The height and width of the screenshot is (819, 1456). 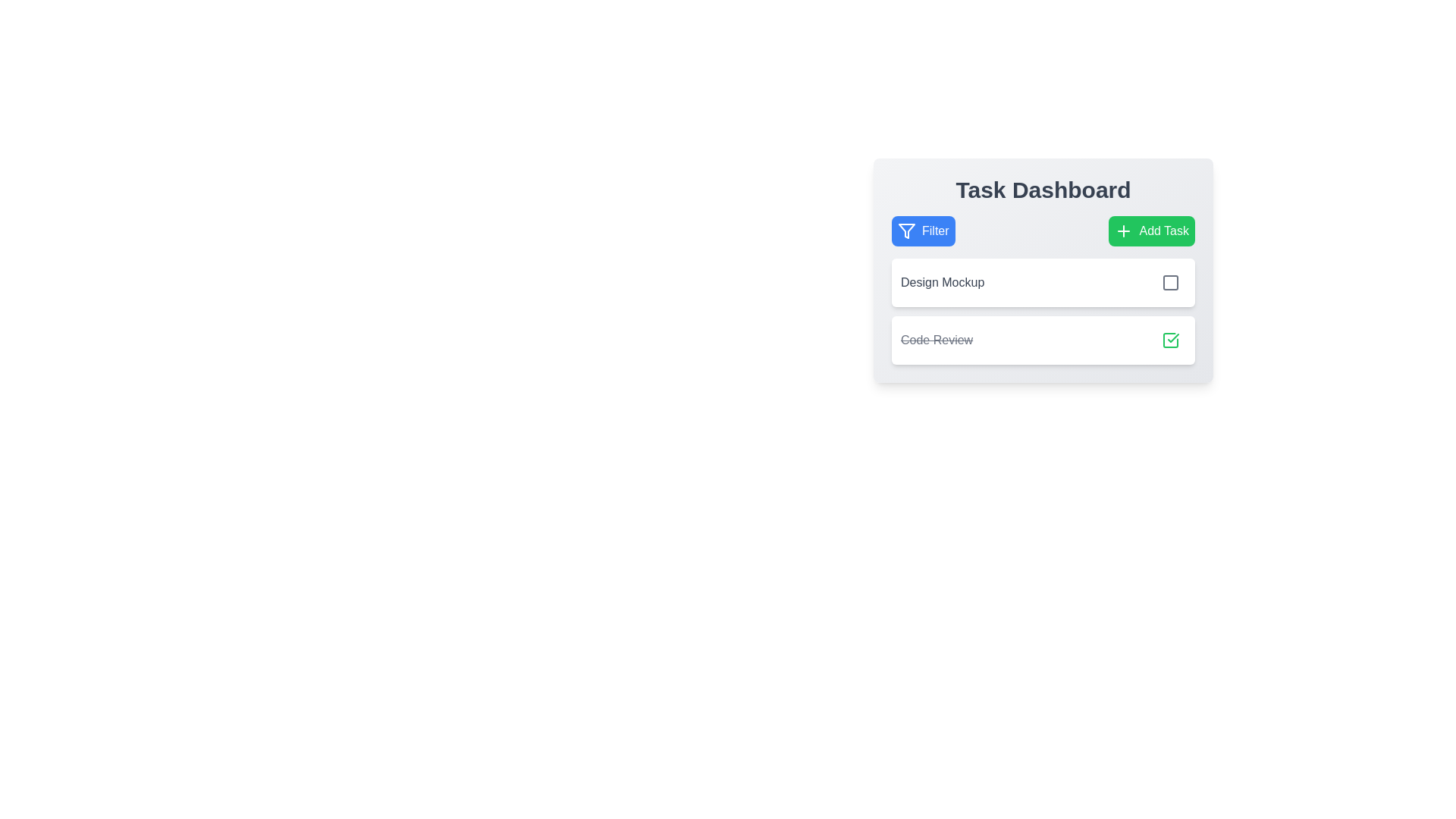 What do you see at coordinates (1170, 339) in the screenshot?
I see `the task completion icon located at the far right of the last row, next to the 'Code Review' text` at bounding box center [1170, 339].